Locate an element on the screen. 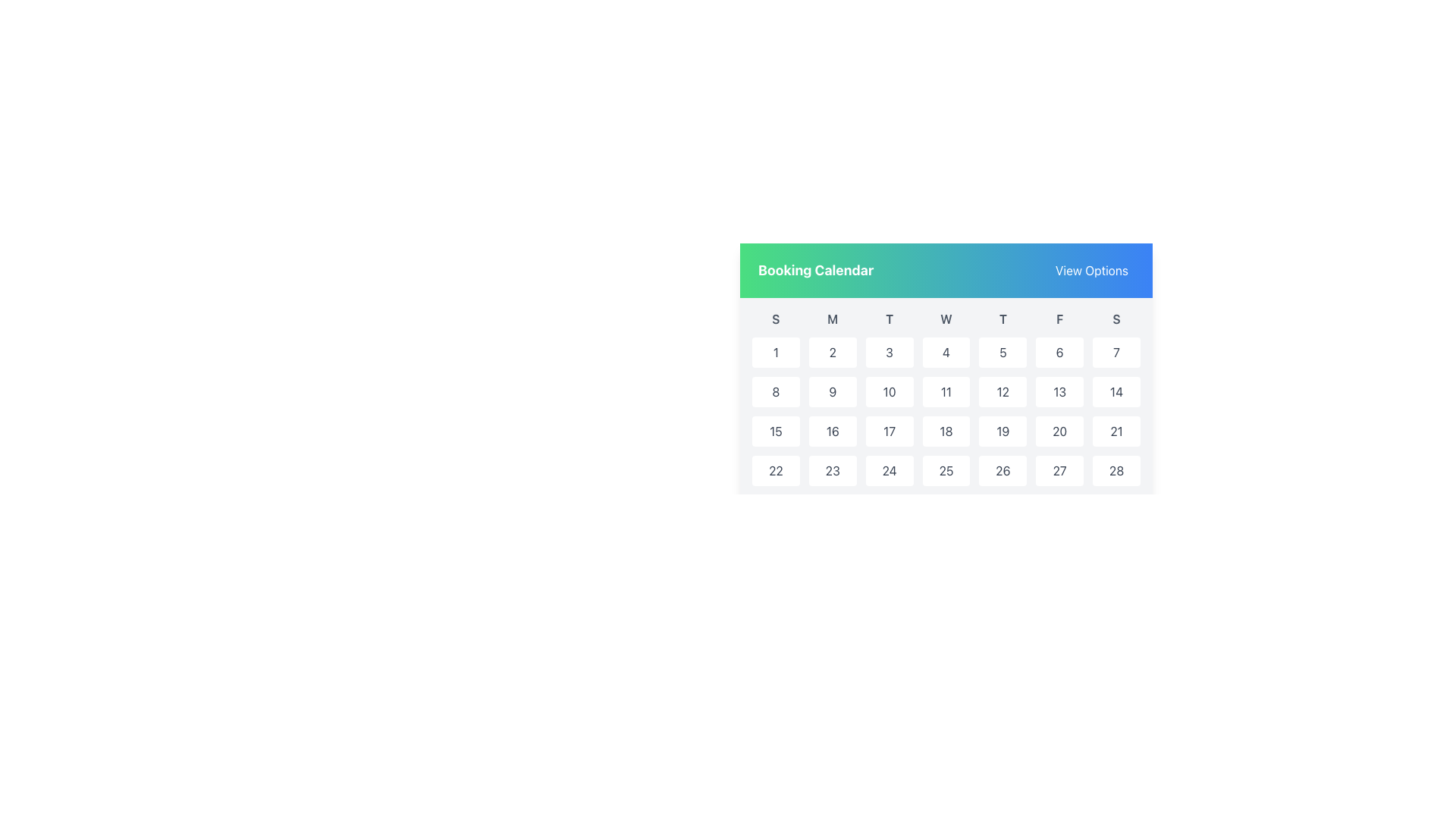 The height and width of the screenshot is (819, 1456). the static text element displaying the numeric value '10' in the fourth cell of the second row of the calendar grid is located at coordinates (890, 391).